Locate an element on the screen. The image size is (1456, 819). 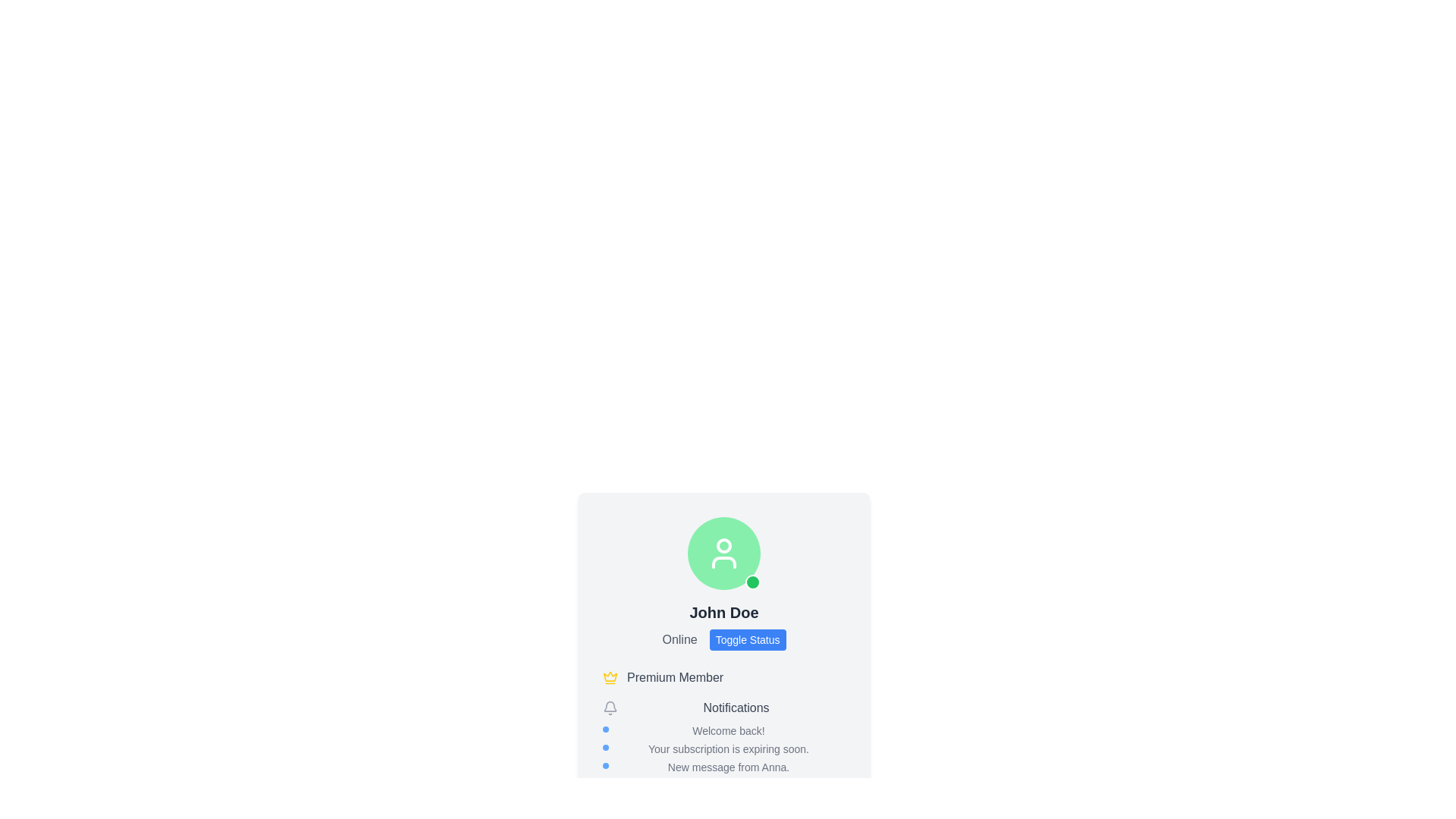
the Label with Icon that serves as a welcome notification, located as the first item in the notifications list is located at coordinates (723, 730).